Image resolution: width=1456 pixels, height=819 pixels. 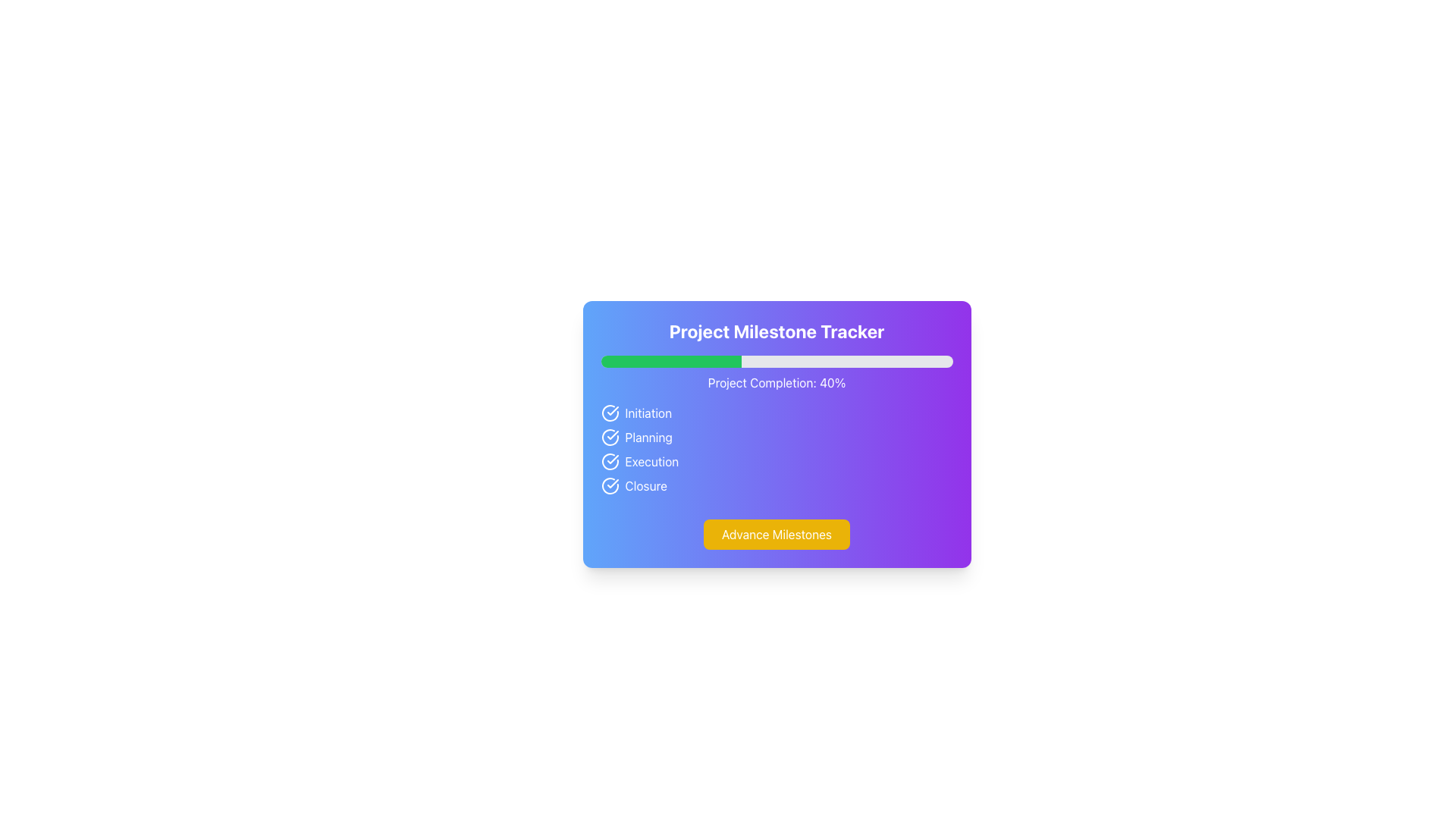 What do you see at coordinates (612, 411) in the screenshot?
I see `the checkmark vector graphic in the SVG icon, which is styled with thin strokes and rounded edges, located next to its text label` at bounding box center [612, 411].